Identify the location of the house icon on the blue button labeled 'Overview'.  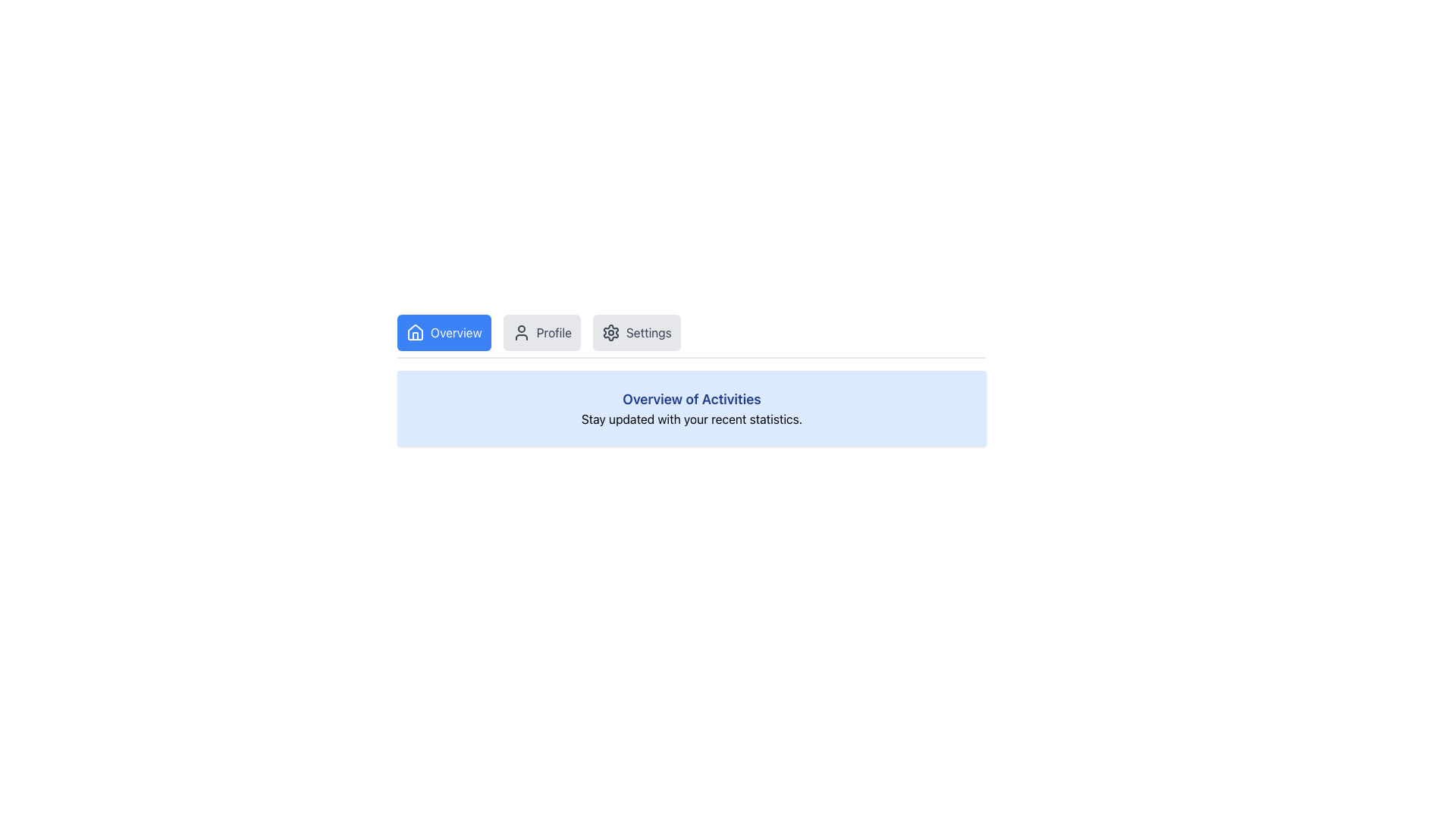
(415, 332).